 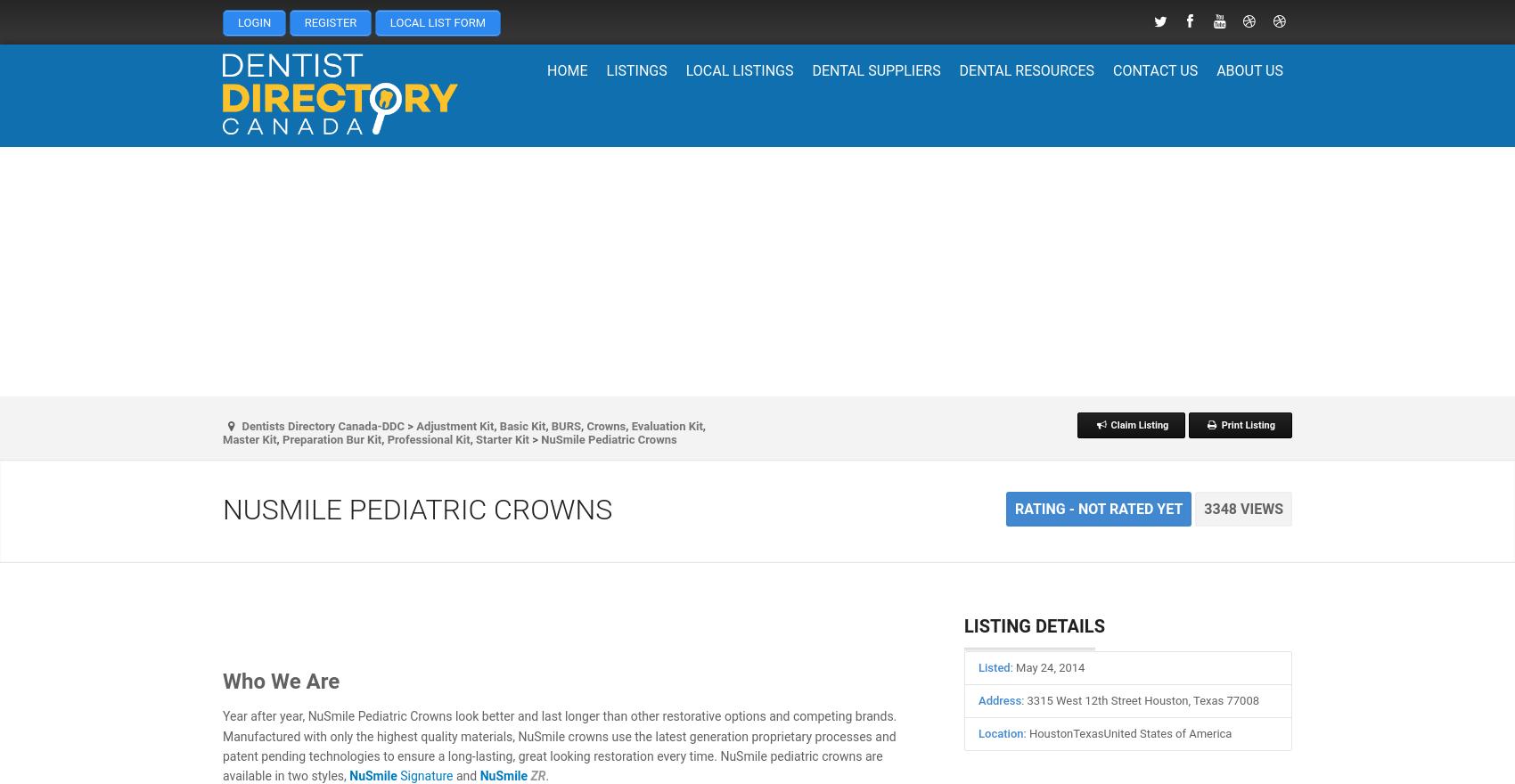 I want to click on '3348 Views', so click(x=1242, y=509).